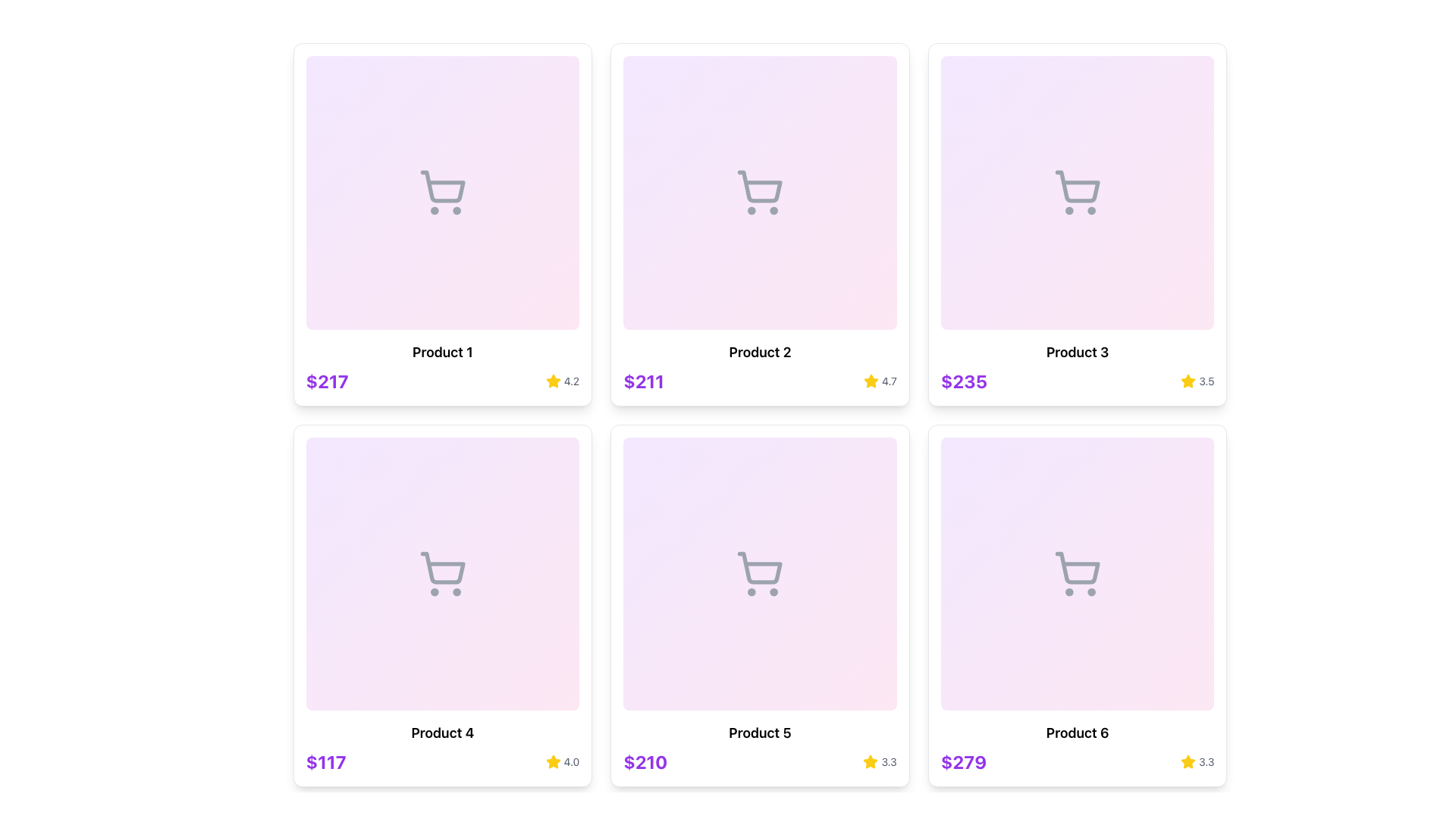  What do you see at coordinates (760, 733) in the screenshot?
I see `the text label displaying 'Product 5'` at bounding box center [760, 733].